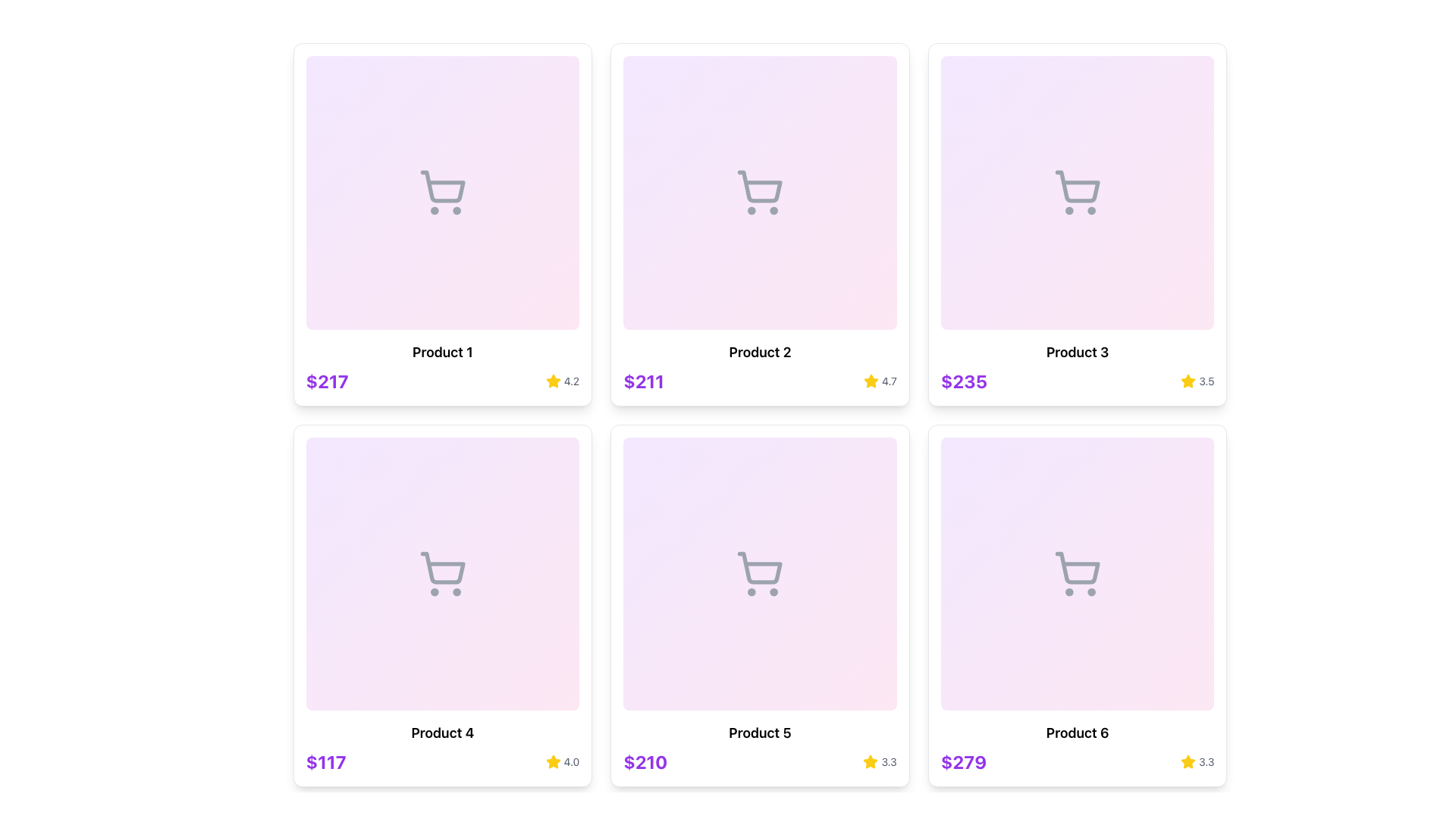  What do you see at coordinates (760, 733) in the screenshot?
I see `the text label displaying 'Product 5'` at bounding box center [760, 733].